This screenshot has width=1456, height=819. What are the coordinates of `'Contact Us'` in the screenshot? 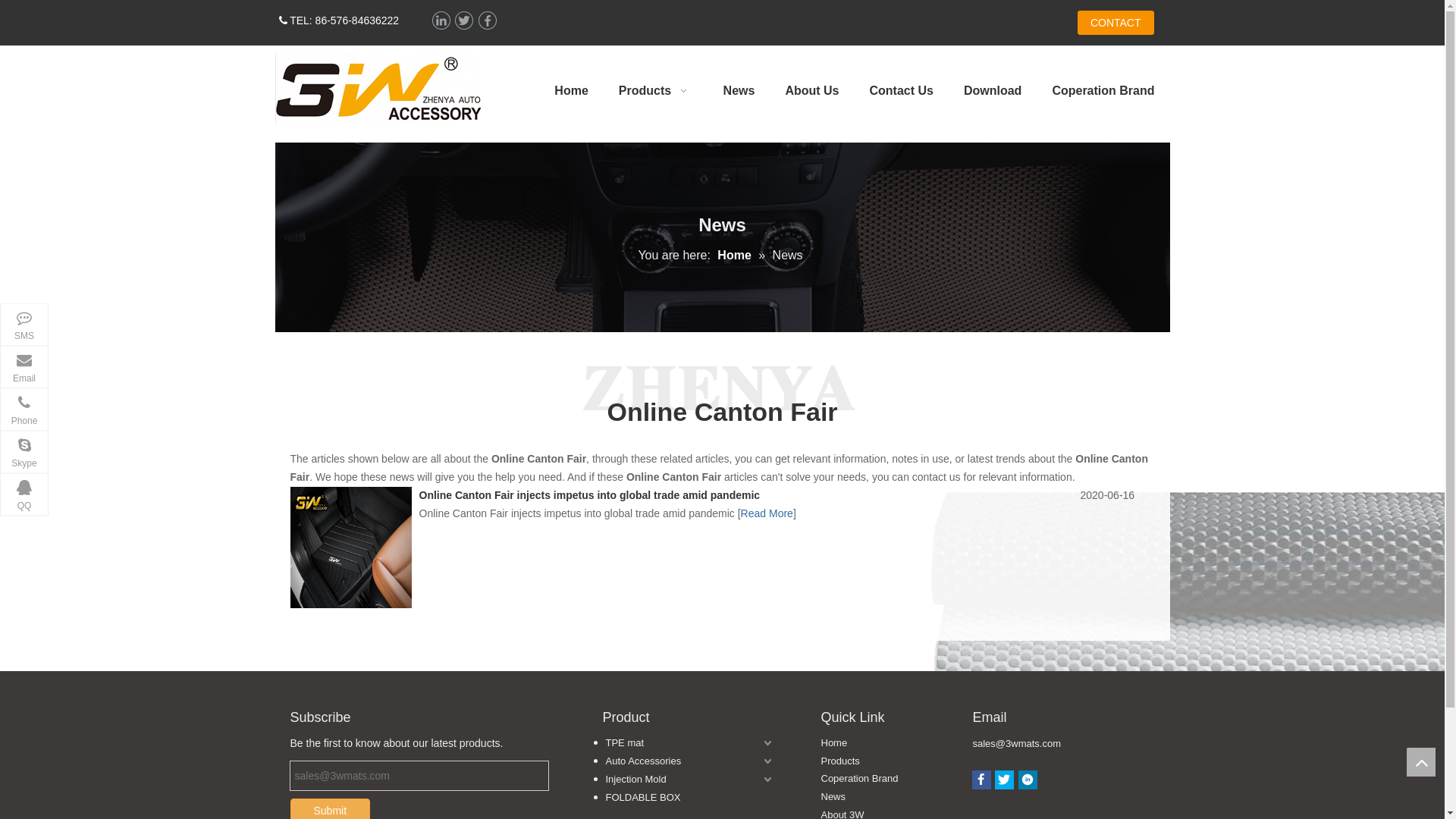 It's located at (854, 90).